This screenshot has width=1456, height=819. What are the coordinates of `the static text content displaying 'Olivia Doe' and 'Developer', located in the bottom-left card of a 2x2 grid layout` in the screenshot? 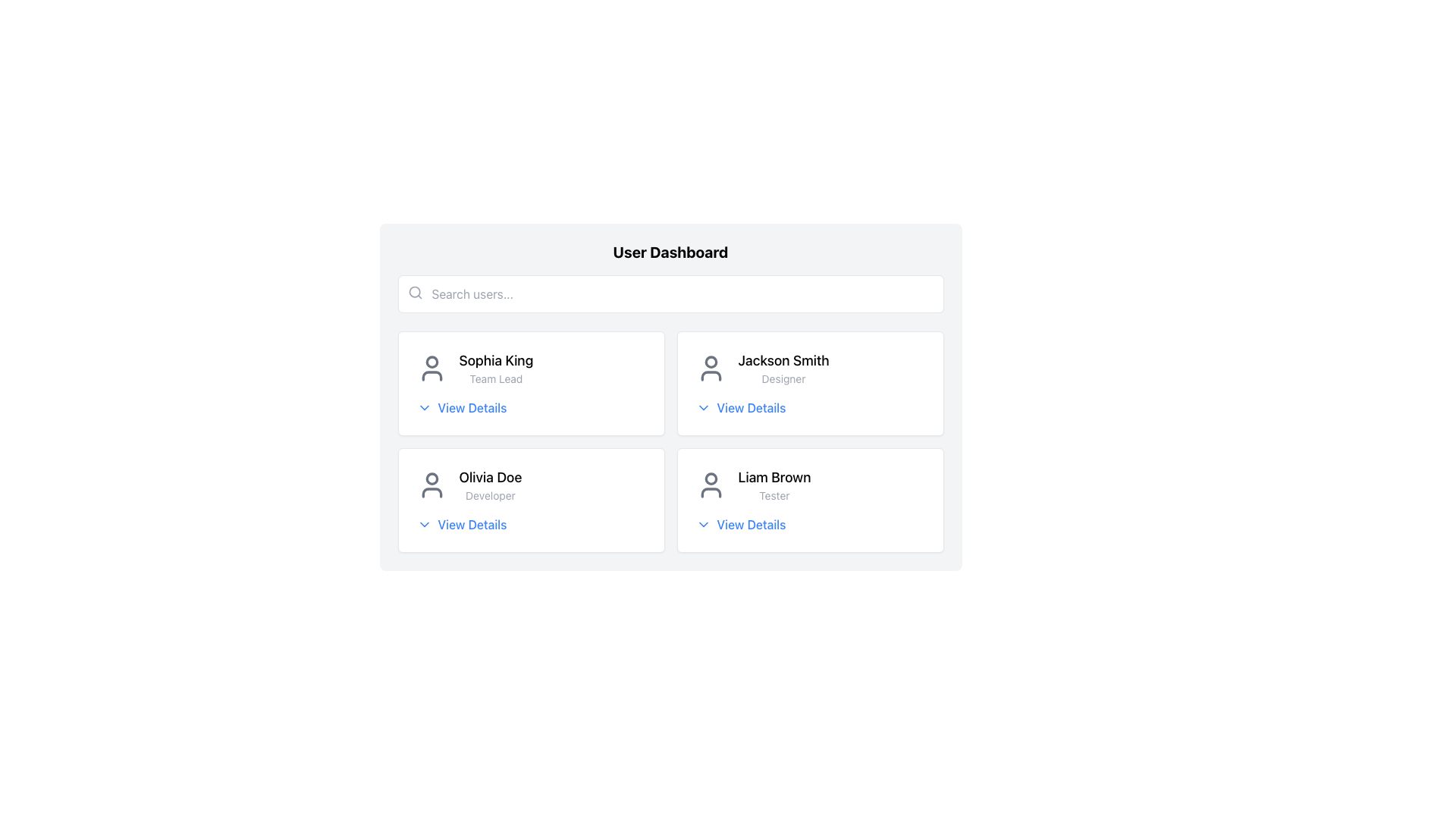 It's located at (491, 485).